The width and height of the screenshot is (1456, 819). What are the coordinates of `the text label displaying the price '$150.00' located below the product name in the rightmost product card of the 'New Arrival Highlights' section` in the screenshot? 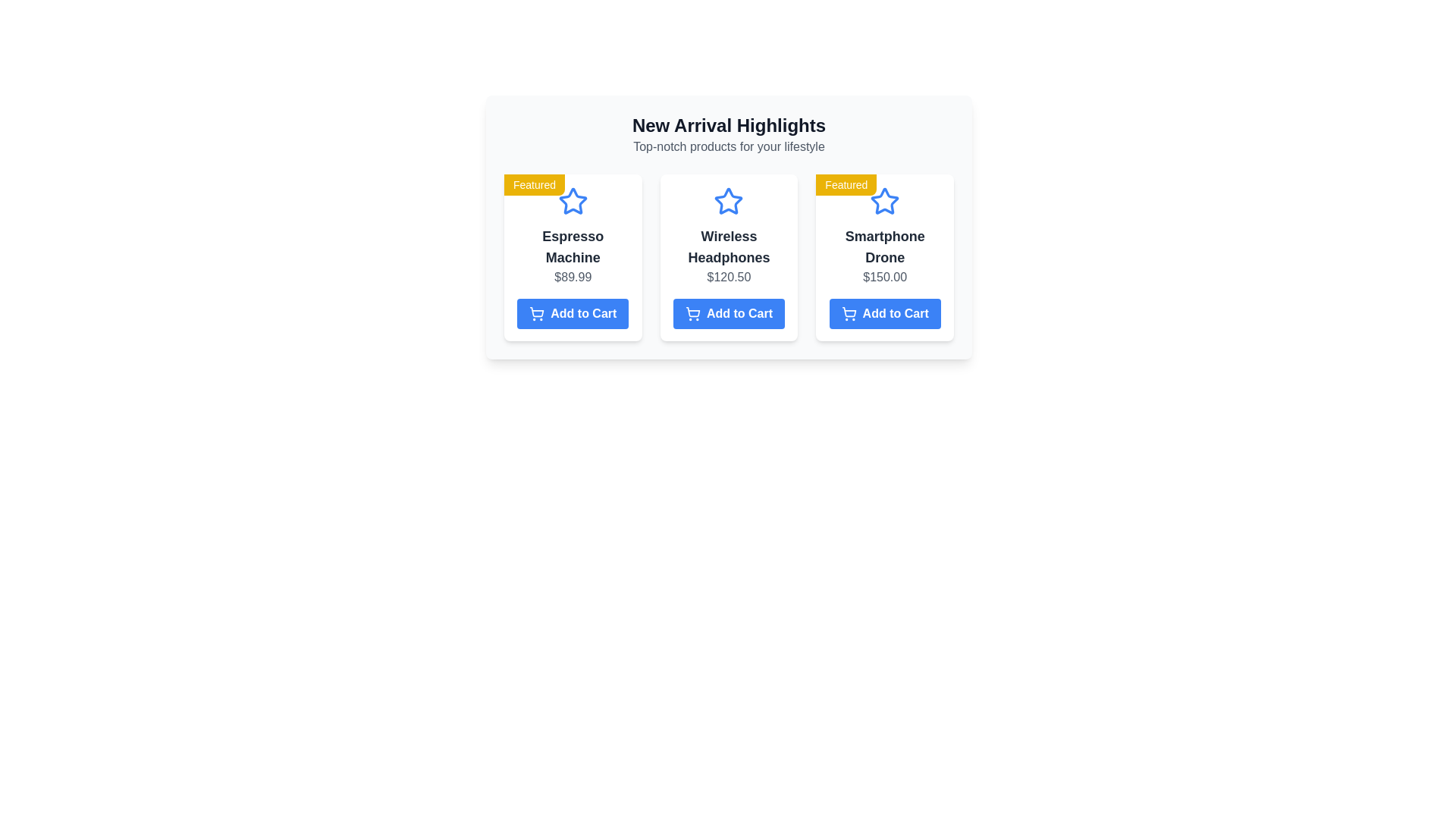 It's located at (885, 278).